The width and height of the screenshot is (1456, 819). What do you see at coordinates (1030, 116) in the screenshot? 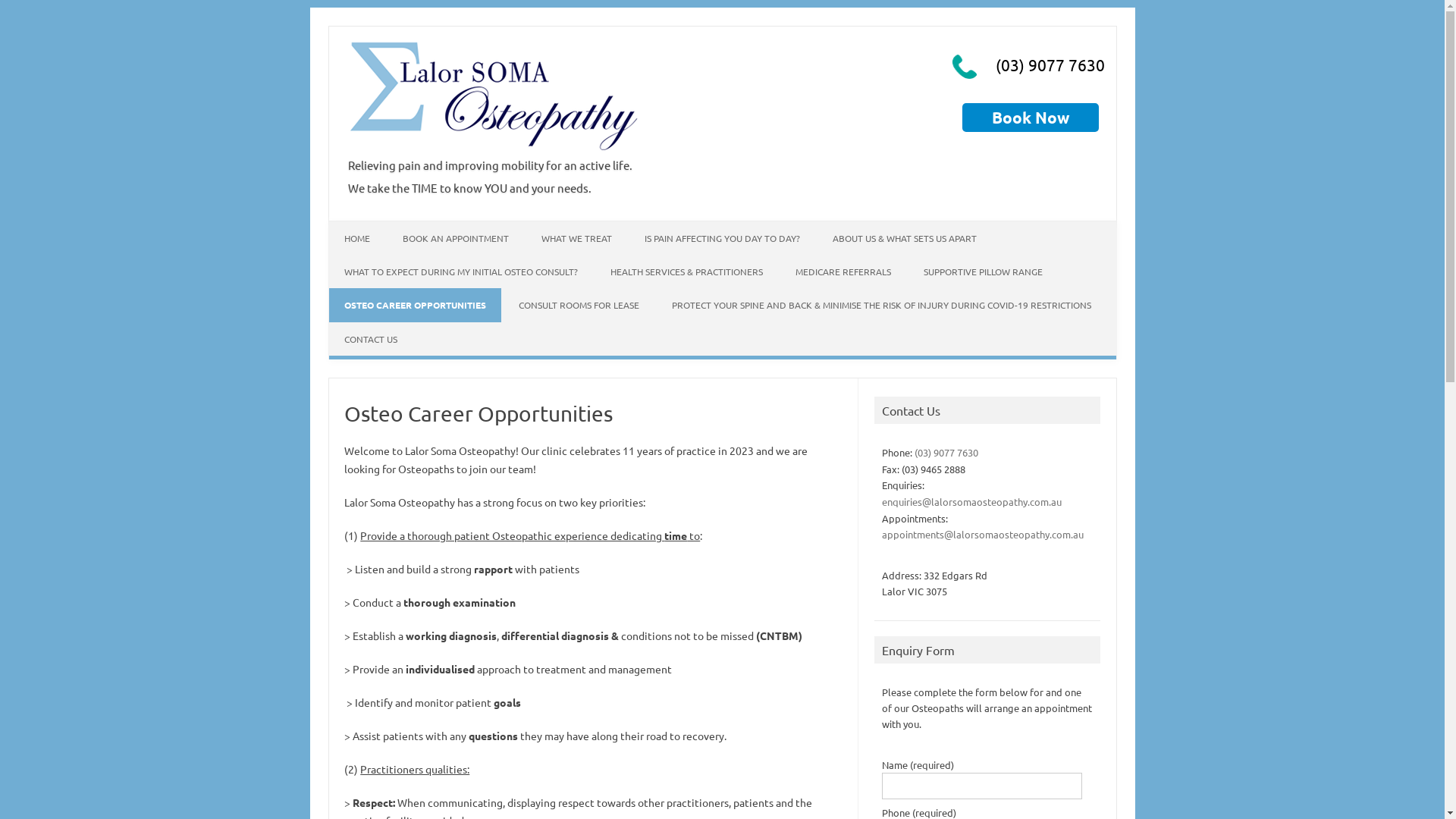
I see `'Book Now'` at bounding box center [1030, 116].